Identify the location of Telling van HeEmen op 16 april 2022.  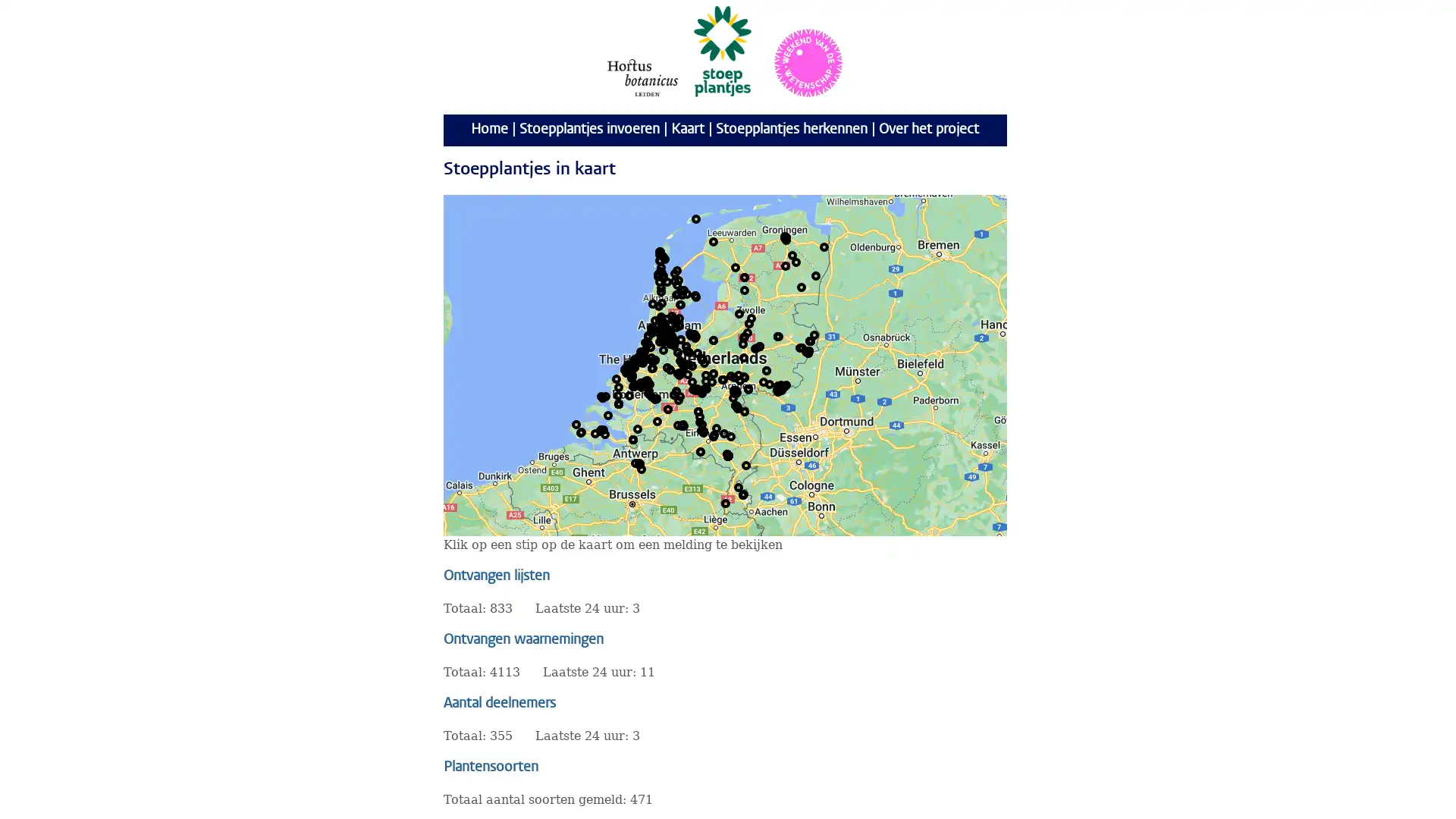
(792, 253).